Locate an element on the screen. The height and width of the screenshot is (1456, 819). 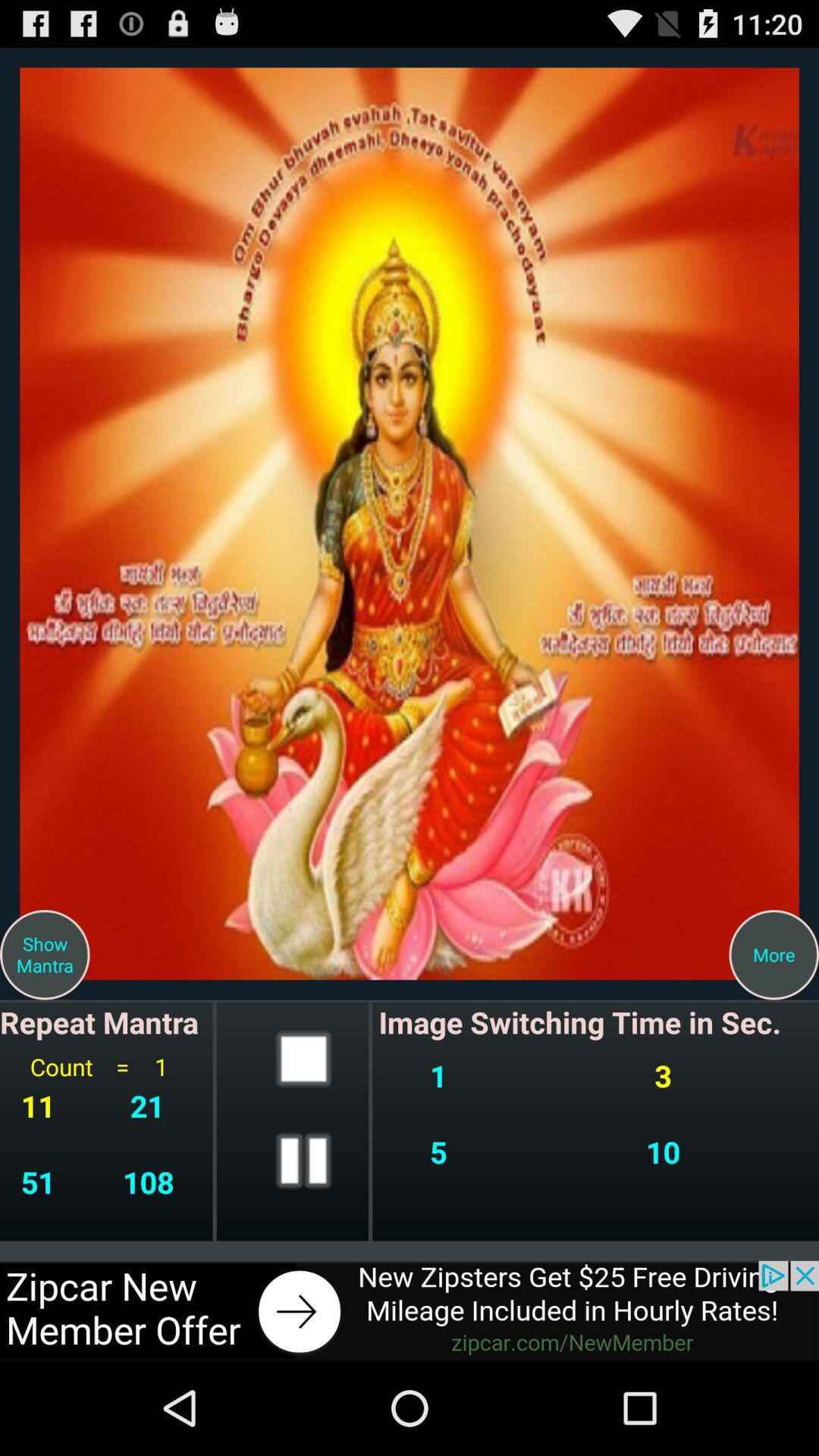
pause icon is located at coordinates (303, 1159).